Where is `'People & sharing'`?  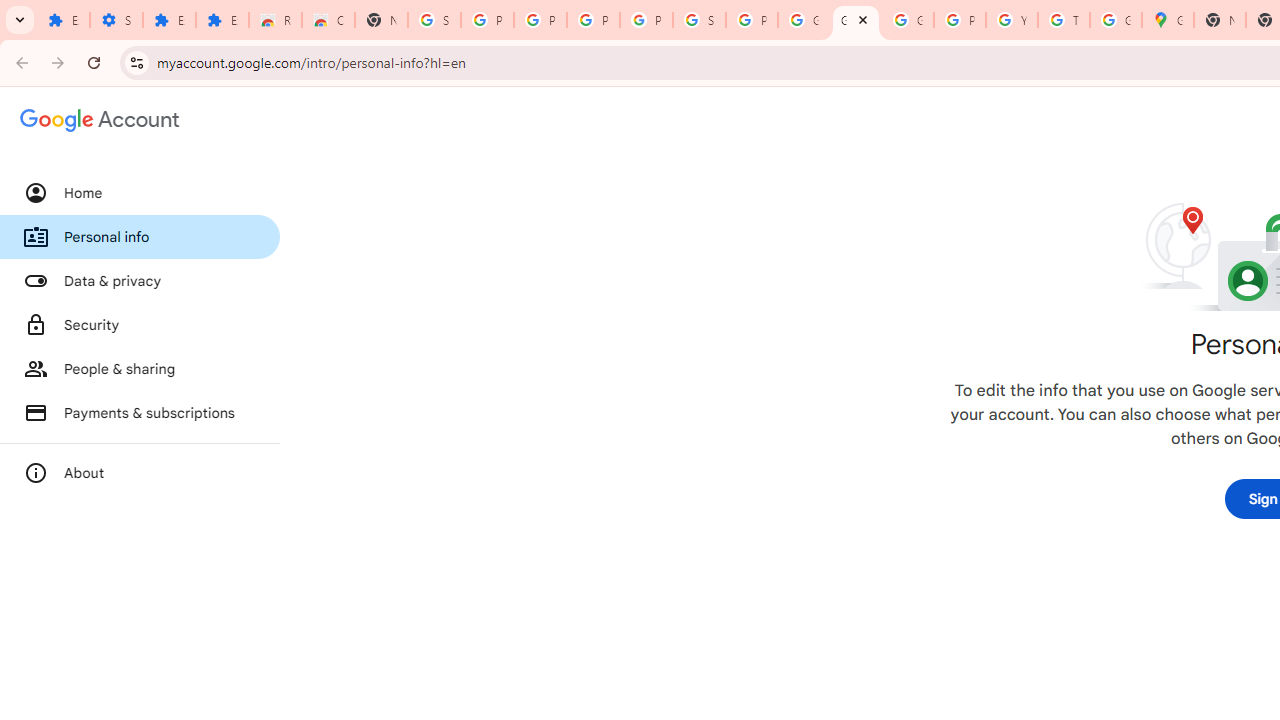
'People & sharing' is located at coordinates (139, 368).